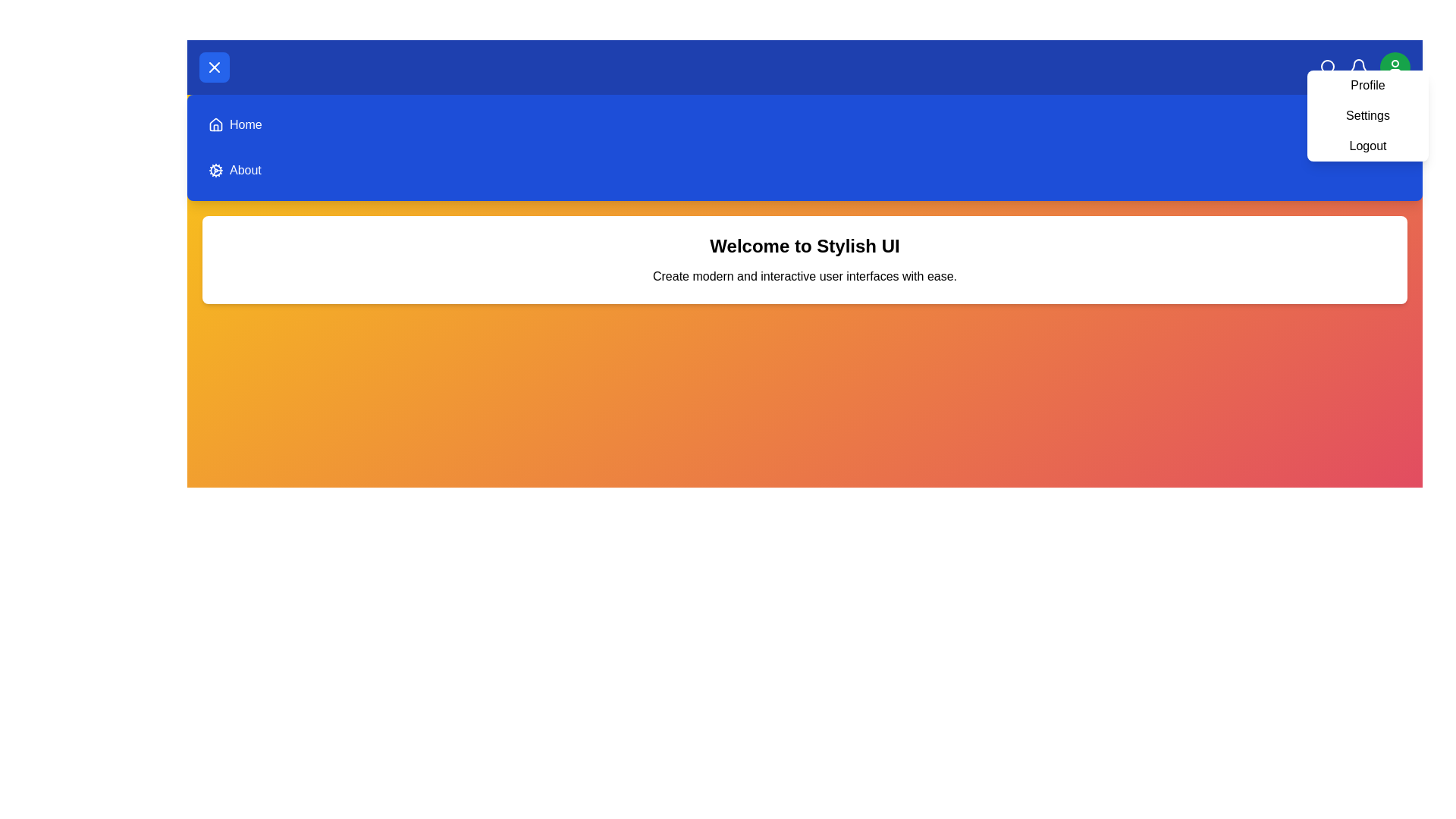 The image size is (1456, 819). What do you see at coordinates (1368, 146) in the screenshot?
I see `the Logout from the profile dropdown menu` at bounding box center [1368, 146].